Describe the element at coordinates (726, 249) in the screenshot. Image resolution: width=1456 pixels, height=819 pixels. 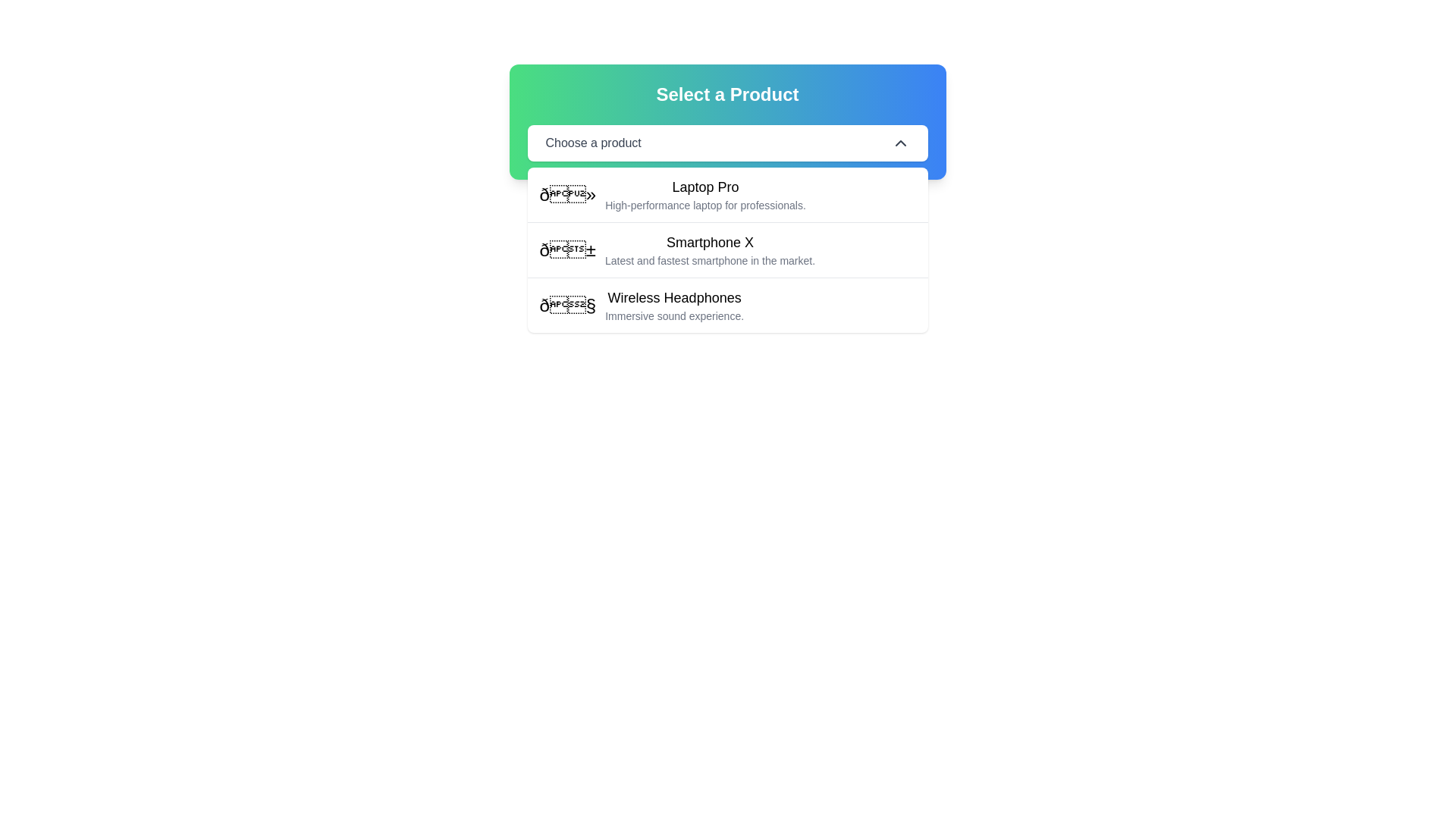
I see `to select the 'Smartphone X' option in the dropdown menu located below the 'Select a Product' heading, positioned between 'Laptop Pro' and 'Wireless Headphones'` at that location.